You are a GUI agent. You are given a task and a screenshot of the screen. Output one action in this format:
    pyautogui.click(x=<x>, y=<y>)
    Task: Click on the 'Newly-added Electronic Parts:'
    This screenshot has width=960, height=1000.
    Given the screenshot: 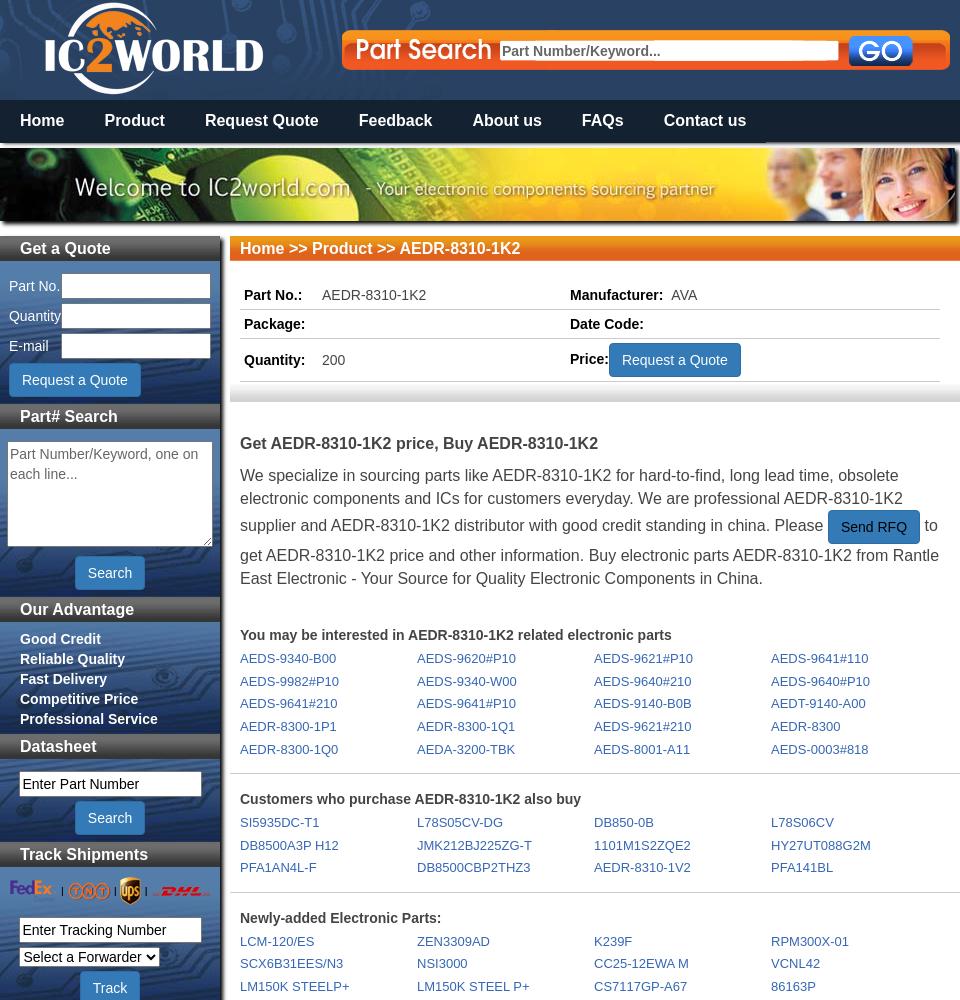 What is the action you would take?
    pyautogui.click(x=340, y=917)
    